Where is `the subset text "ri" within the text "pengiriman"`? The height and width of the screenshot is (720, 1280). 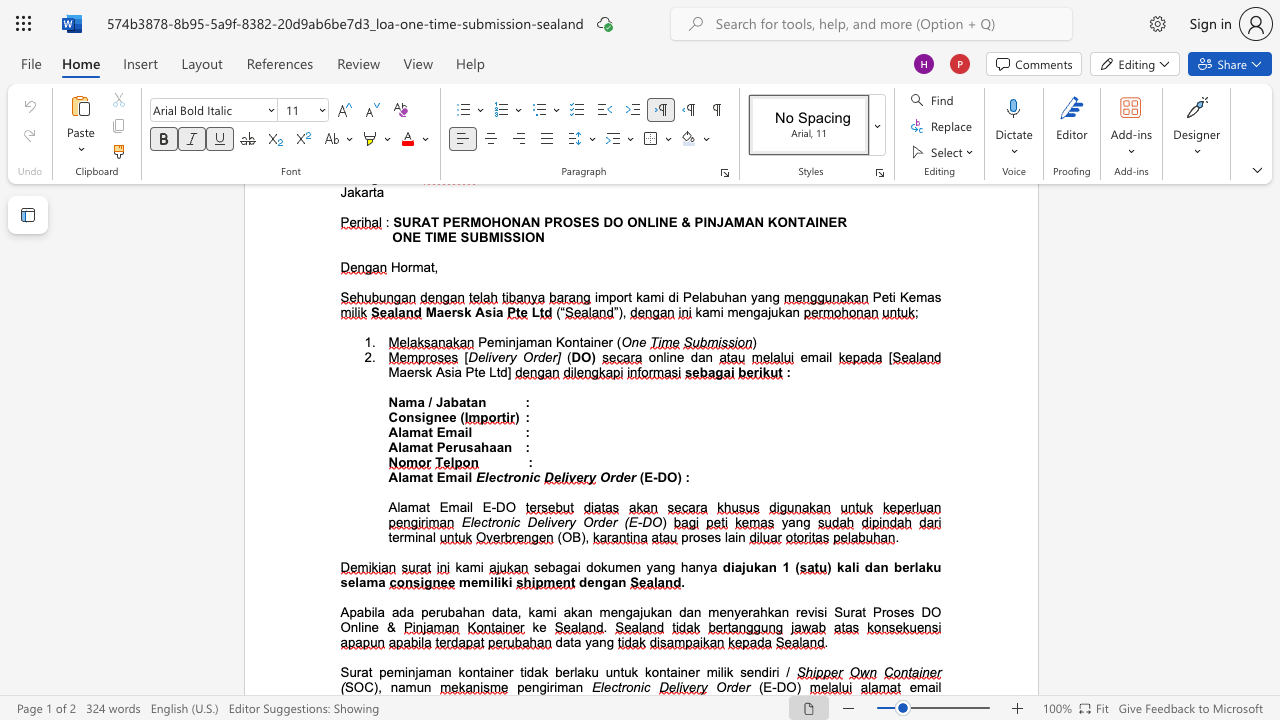
the subset text "ri" within the text "pengiriman" is located at coordinates (549, 686).